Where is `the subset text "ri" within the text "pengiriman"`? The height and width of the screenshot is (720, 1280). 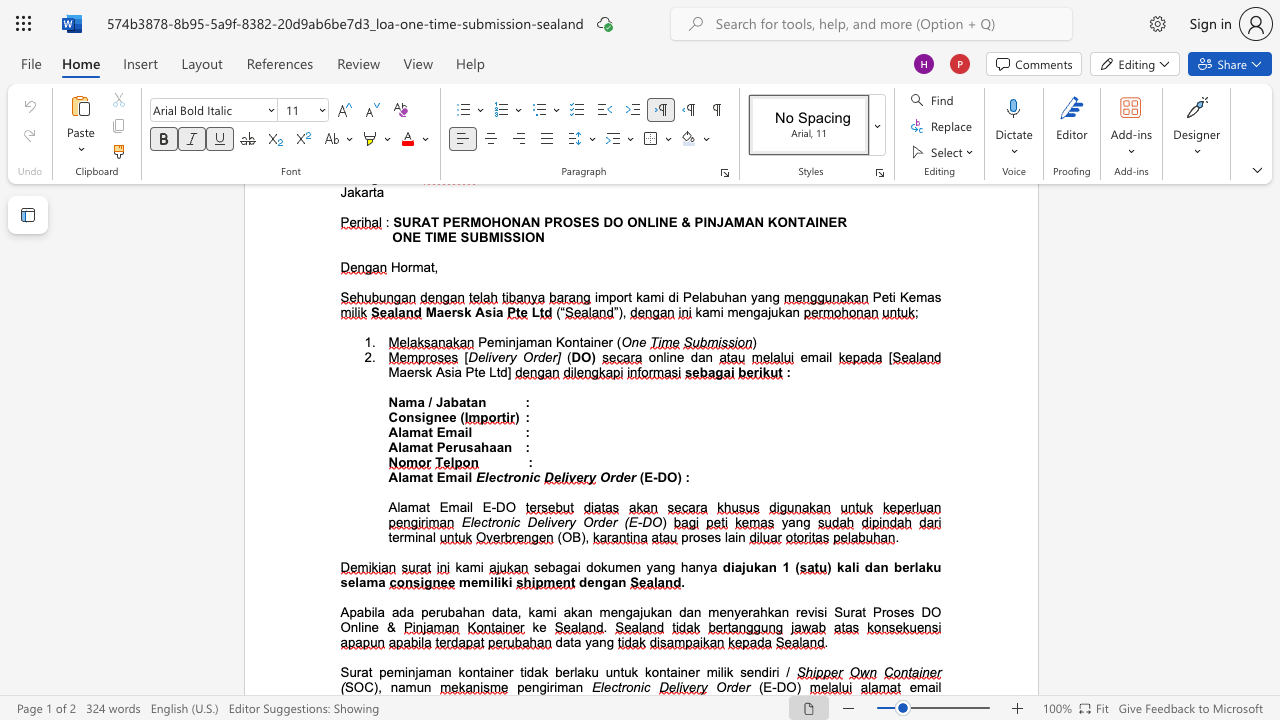
the subset text "ri" within the text "pengiriman" is located at coordinates (549, 686).